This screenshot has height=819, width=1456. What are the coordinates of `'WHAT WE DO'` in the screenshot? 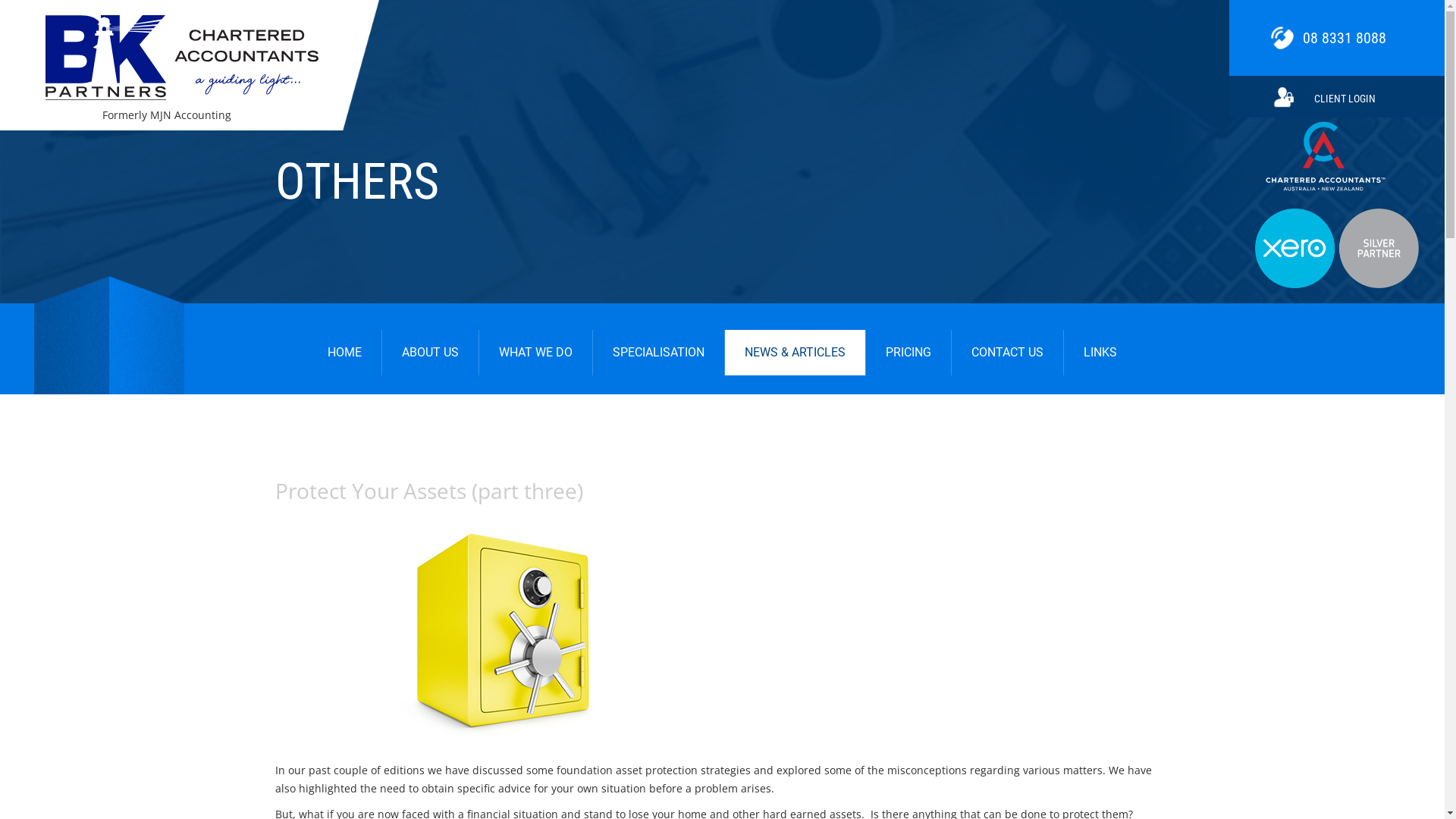 It's located at (535, 353).